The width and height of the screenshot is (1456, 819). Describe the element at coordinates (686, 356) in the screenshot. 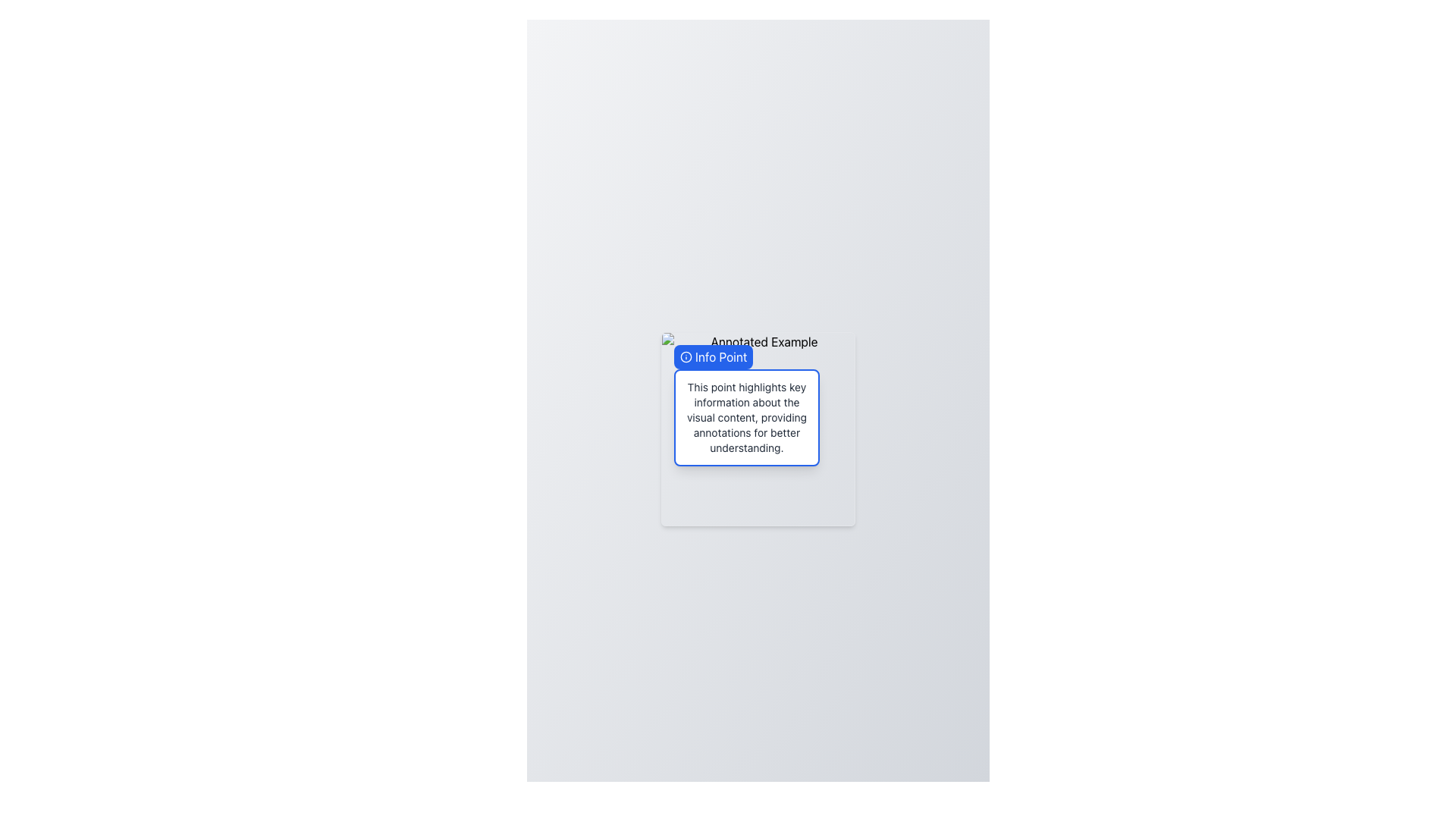

I see `the central SVG Circle element that visually represents an information marker near the title 'Info Point'` at that location.